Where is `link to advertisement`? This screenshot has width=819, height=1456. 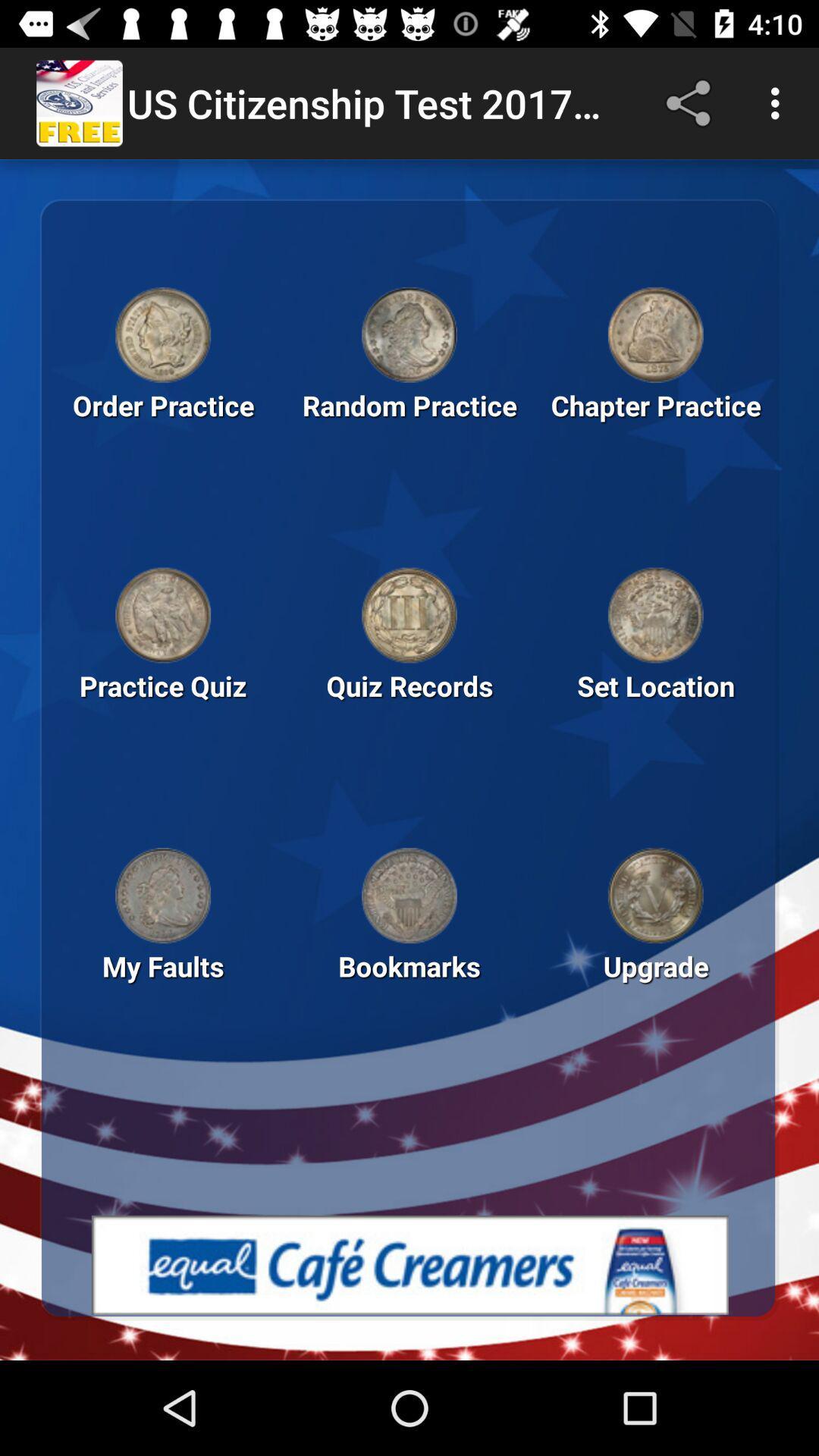 link to advertisement is located at coordinates (409, 1265).